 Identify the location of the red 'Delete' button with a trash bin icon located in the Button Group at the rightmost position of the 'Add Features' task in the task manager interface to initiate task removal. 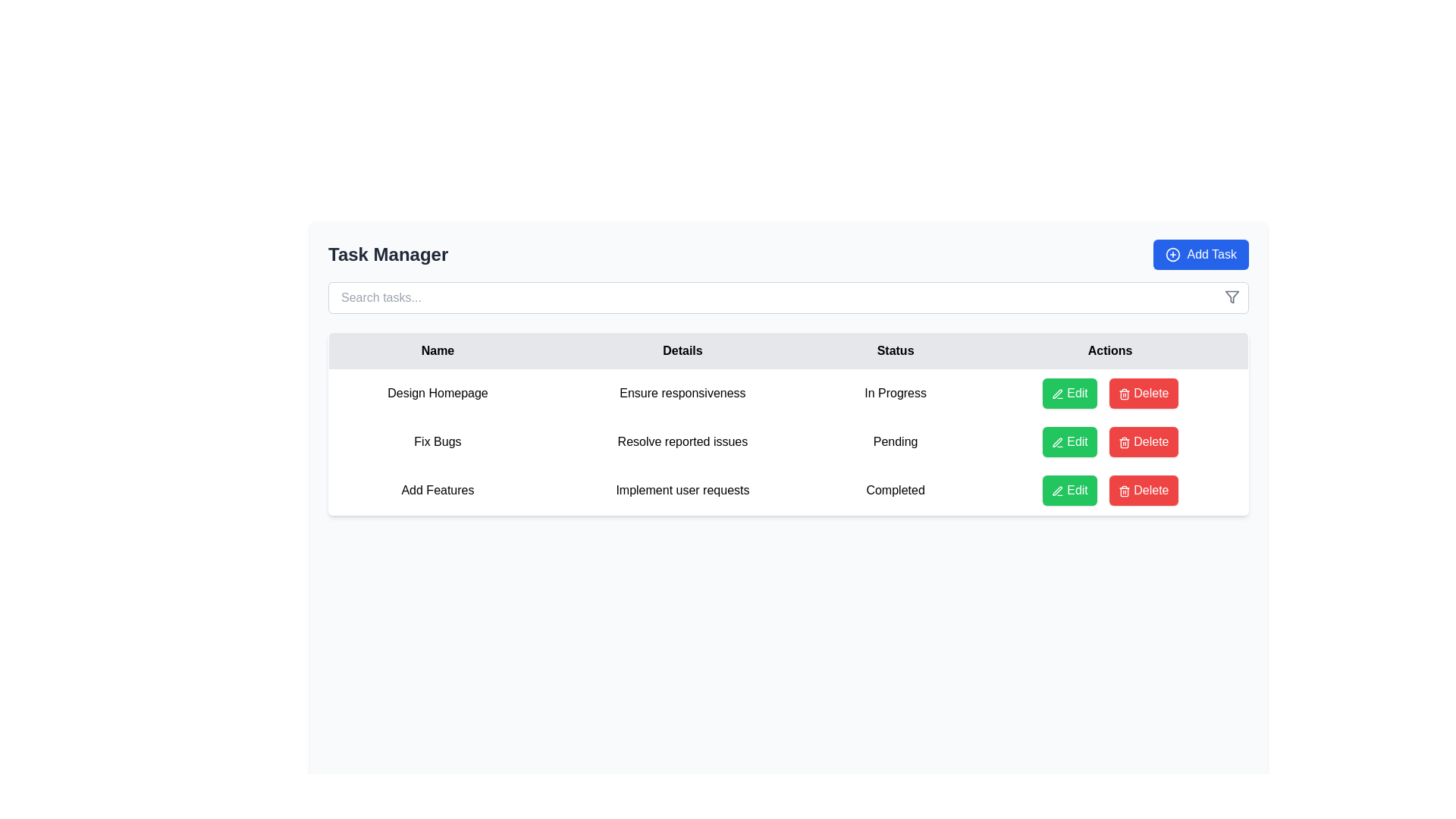
(1110, 491).